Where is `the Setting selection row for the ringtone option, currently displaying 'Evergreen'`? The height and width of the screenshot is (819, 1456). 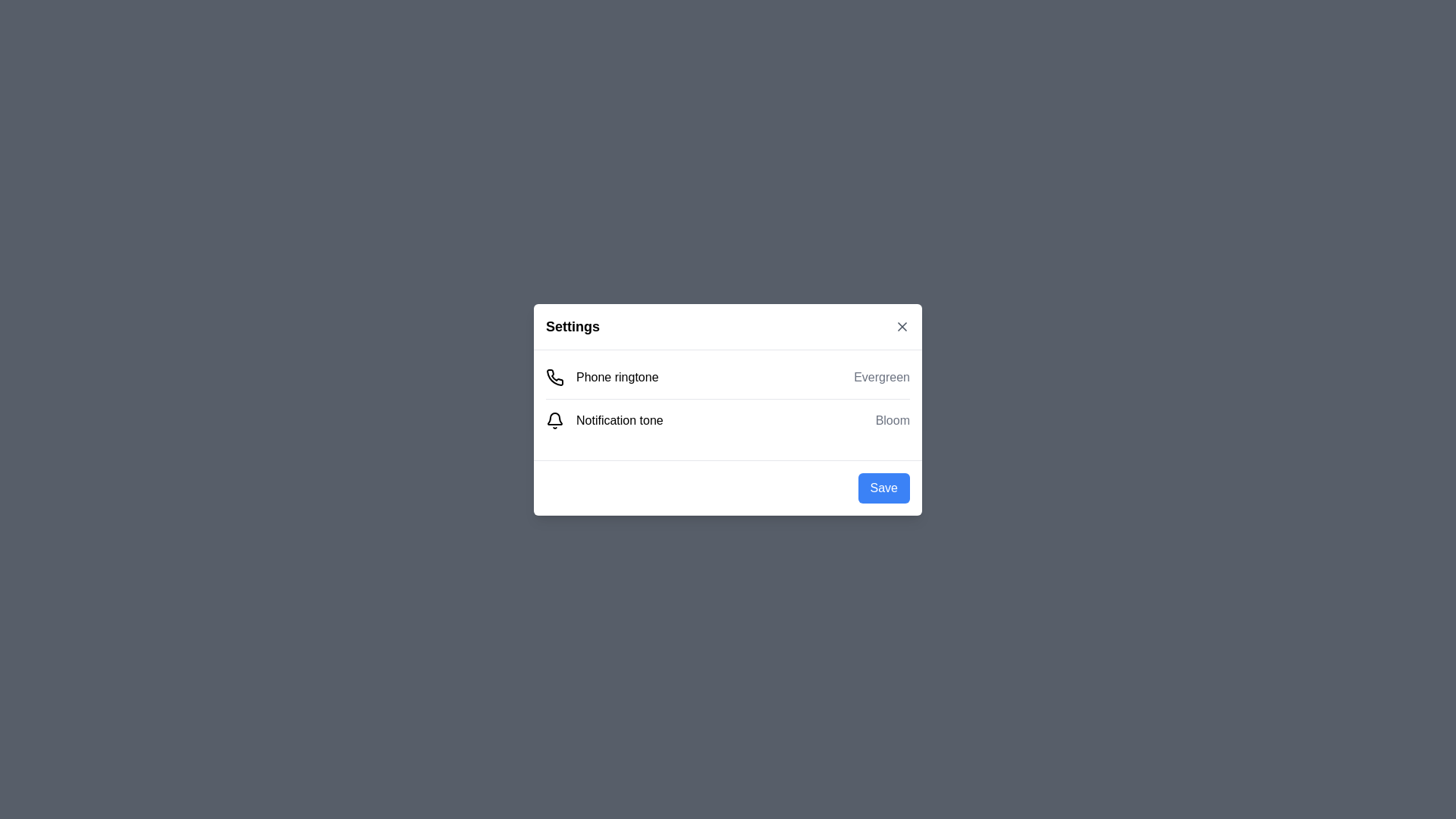 the Setting selection row for the ringtone option, currently displaying 'Evergreen' is located at coordinates (728, 376).